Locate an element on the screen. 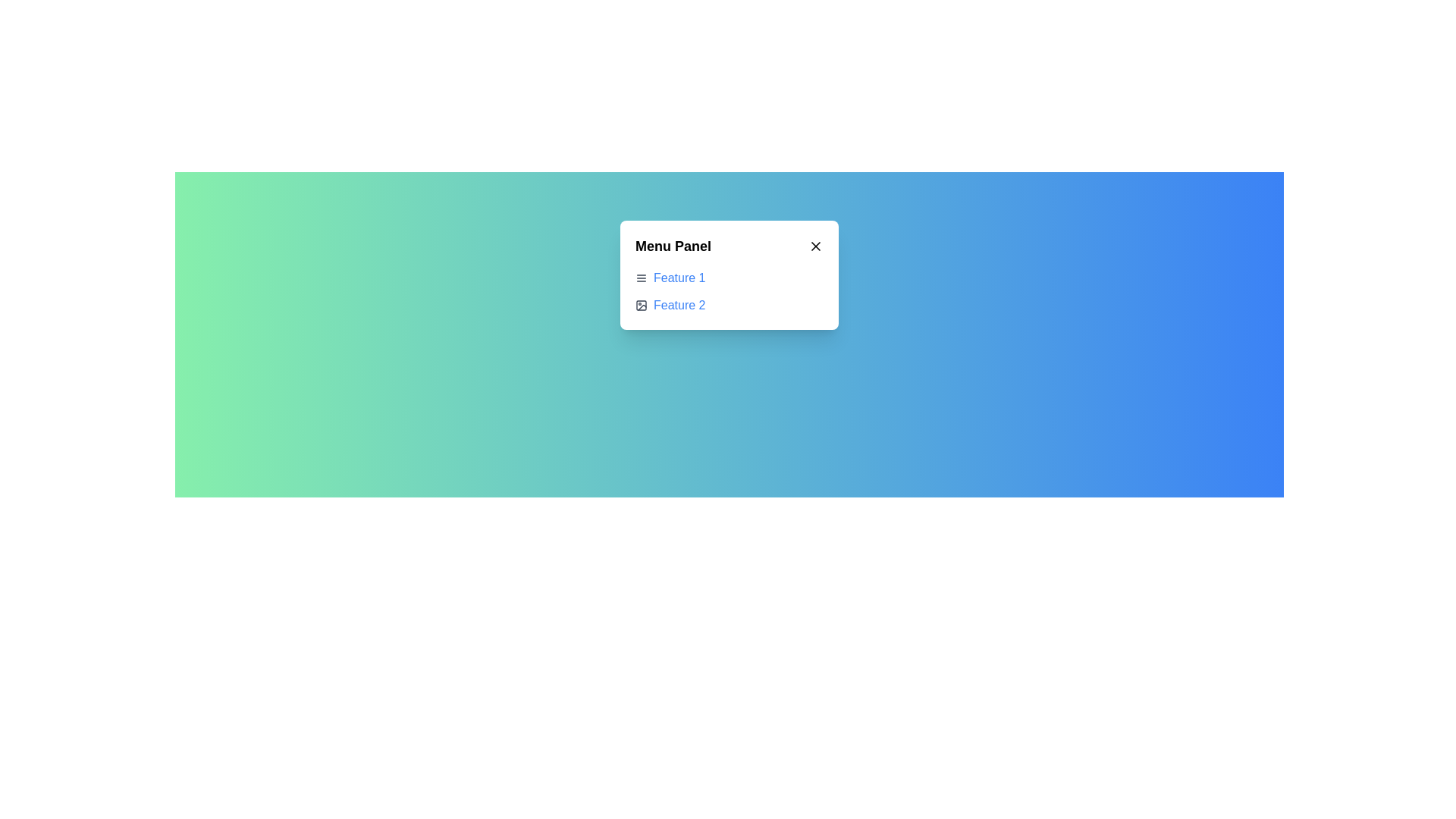  the icon associated with the 'Feature 1' menu option is located at coordinates (641, 278).